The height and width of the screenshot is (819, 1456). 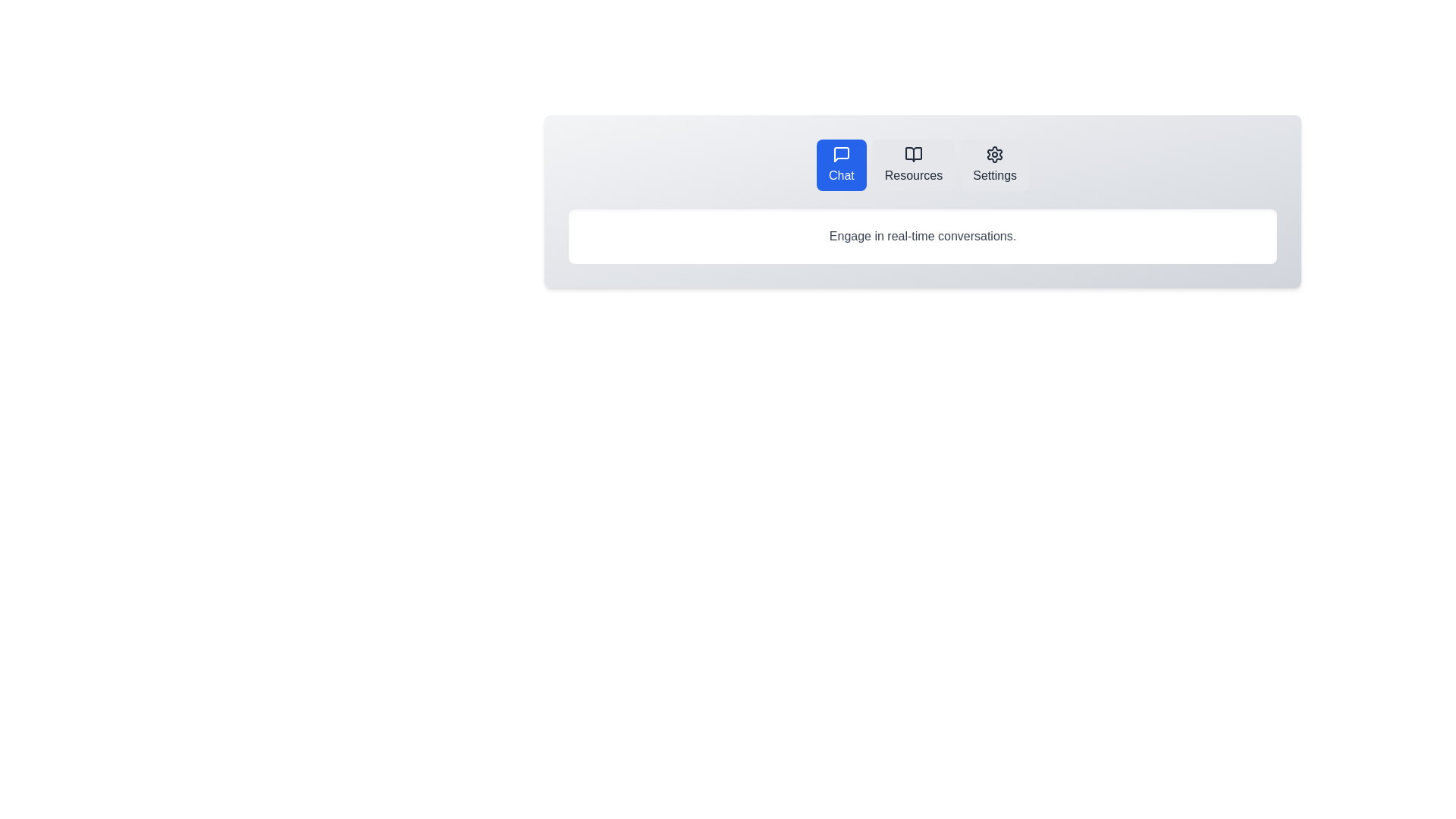 I want to click on the 'Chat' button with a bright blue background and white text located in the top navigation bar, so click(x=840, y=165).